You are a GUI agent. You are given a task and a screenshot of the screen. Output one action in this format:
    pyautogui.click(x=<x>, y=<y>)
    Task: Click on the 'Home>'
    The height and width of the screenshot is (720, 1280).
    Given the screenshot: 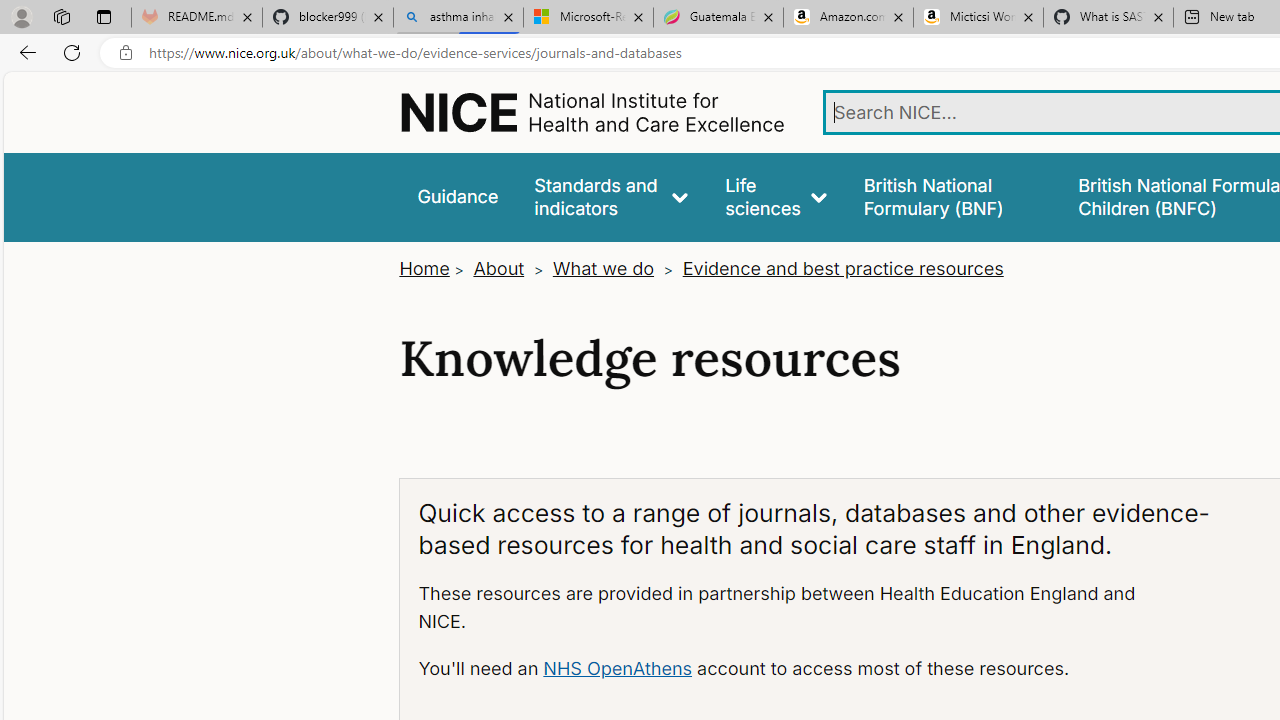 What is the action you would take?
    pyautogui.click(x=432, y=268)
    